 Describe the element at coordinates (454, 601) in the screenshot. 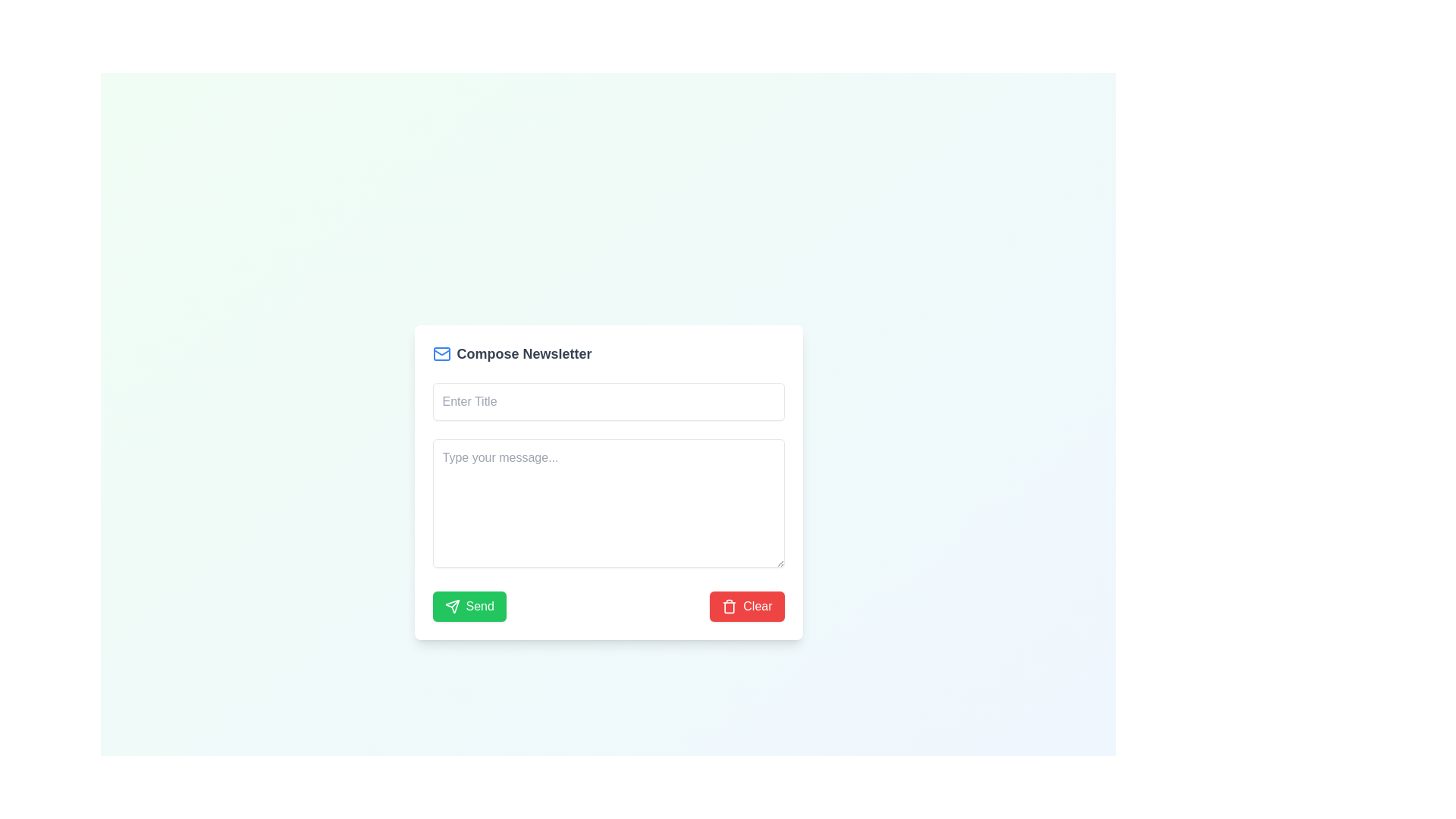

I see `the green circular button labeled 'Send' which contains a graphical arrow icon in its center-right section` at that location.